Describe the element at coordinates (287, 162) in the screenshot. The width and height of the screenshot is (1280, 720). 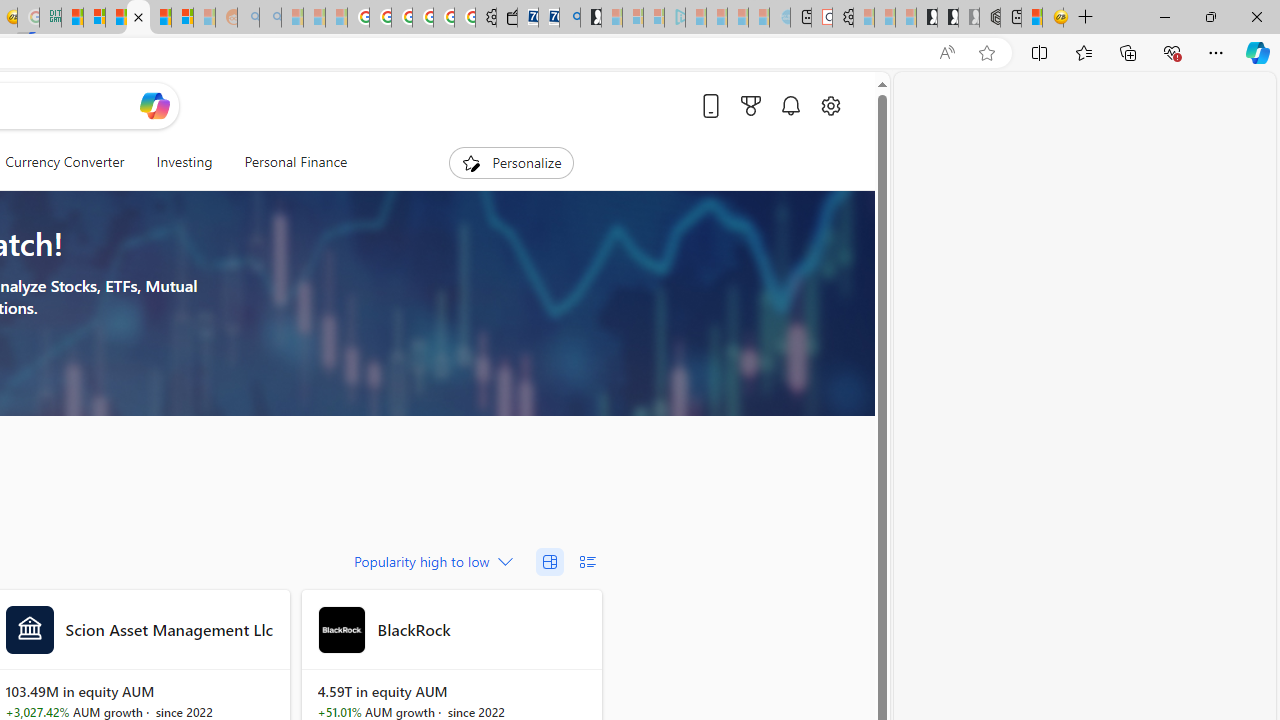
I see `'Personal Finance'` at that location.